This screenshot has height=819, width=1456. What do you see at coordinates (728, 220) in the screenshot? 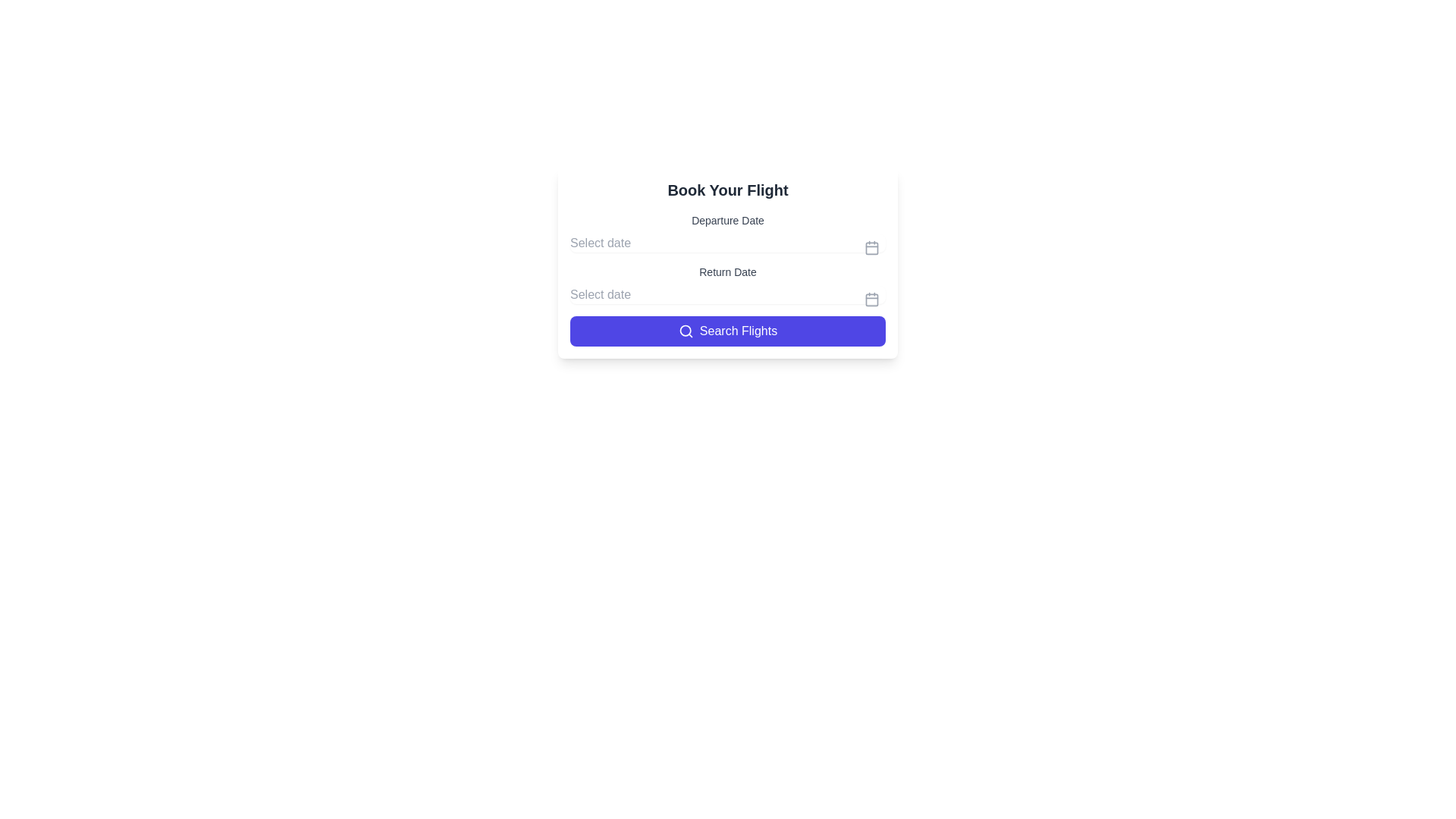
I see `label 'Departure Date' which is a text label styled with a small font size and medium font weight, located at the top of the date-picker section` at bounding box center [728, 220].